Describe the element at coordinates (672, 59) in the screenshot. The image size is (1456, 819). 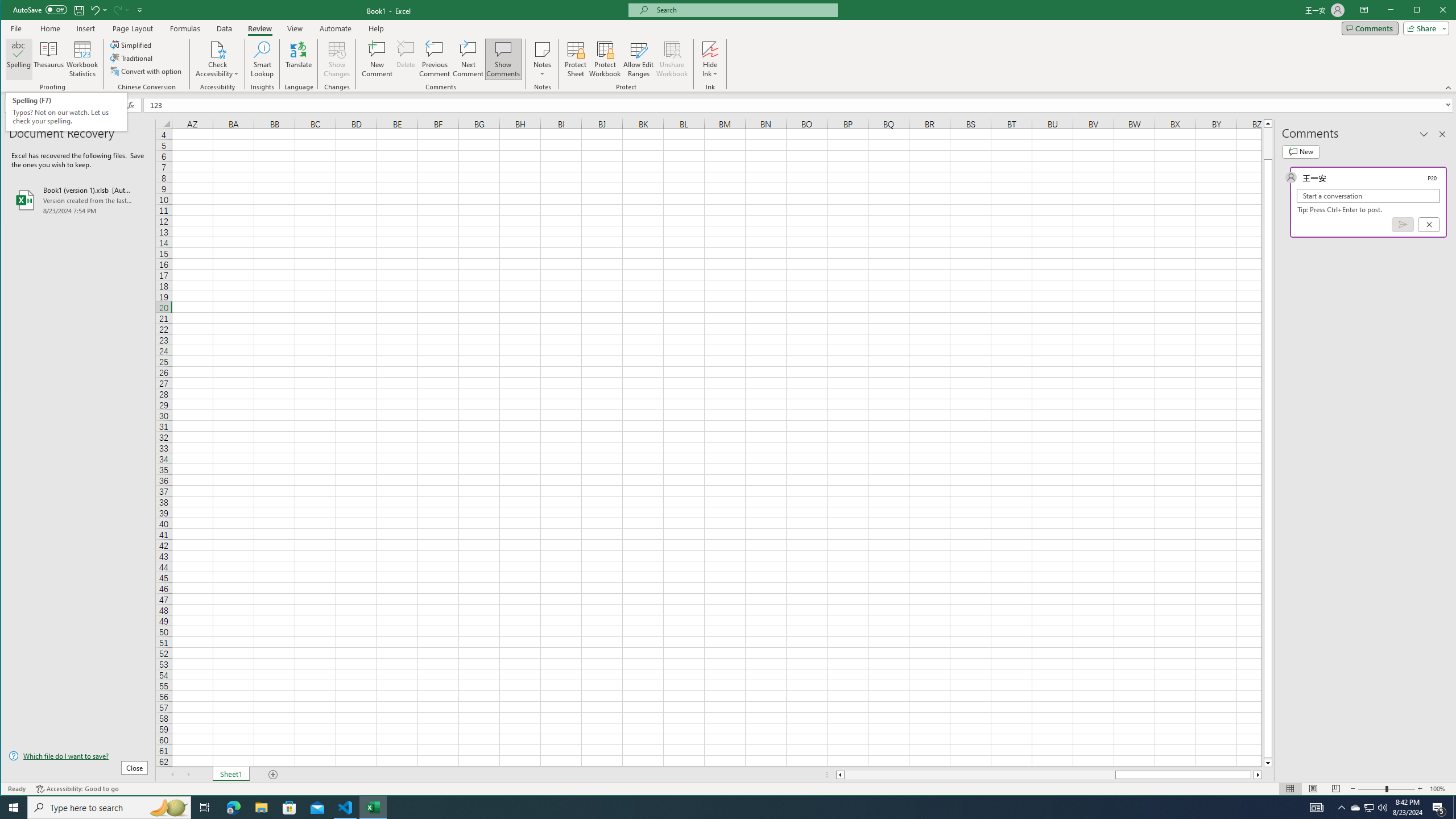
I see `'Unshare Workbook'` at that location.